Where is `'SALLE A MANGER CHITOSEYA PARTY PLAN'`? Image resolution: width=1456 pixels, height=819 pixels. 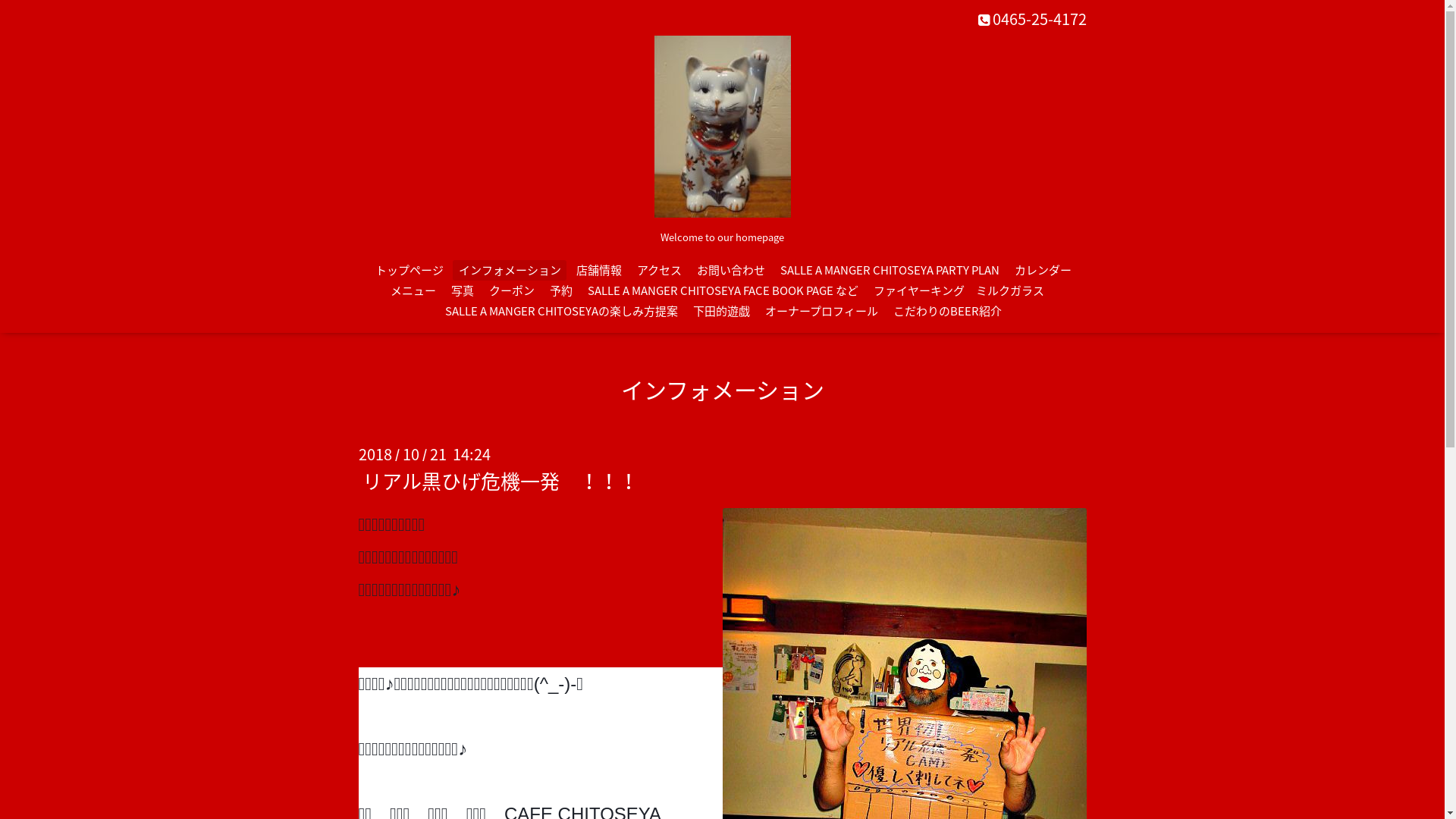
'SALLE A MANGER CHITOSEYA PARTY PLAN' is located at coordinates (889, 269).